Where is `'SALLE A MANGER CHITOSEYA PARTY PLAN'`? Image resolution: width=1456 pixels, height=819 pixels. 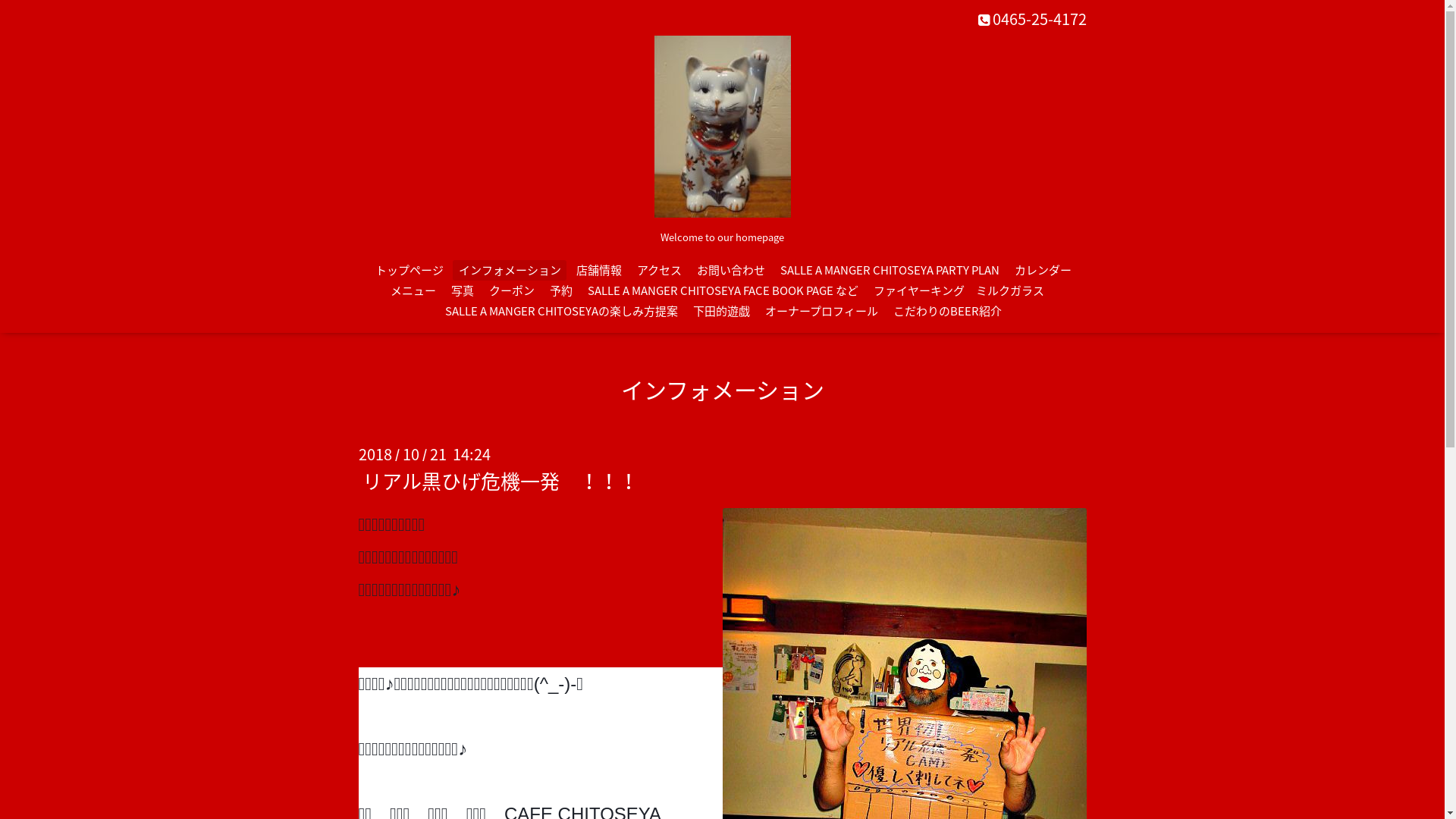
'SALLE A MANGER CHITOSEYA PARTY PLAN' is located at coordinates (889, 269).